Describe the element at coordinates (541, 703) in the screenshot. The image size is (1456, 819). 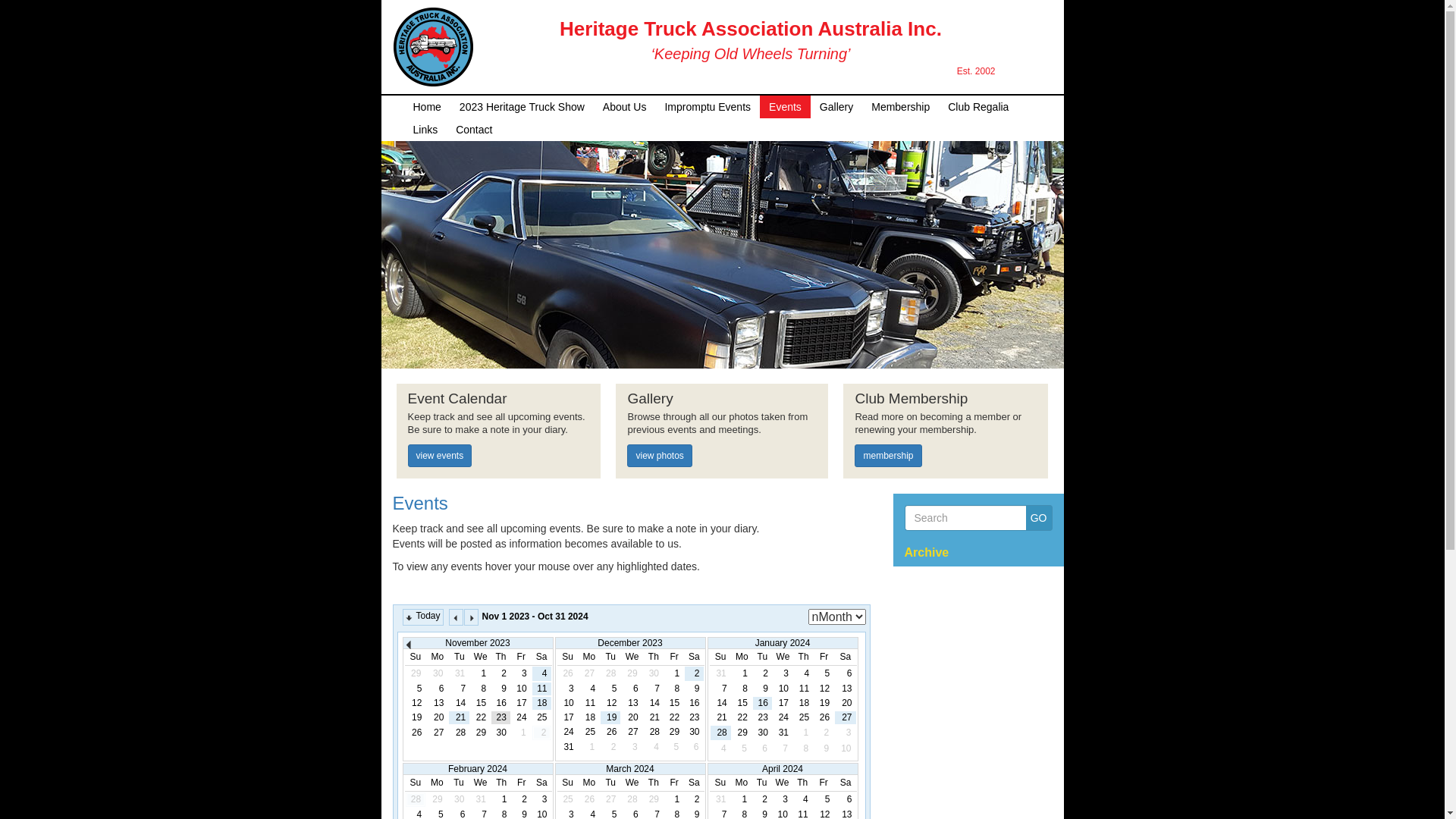
I see `'18'` at that location.